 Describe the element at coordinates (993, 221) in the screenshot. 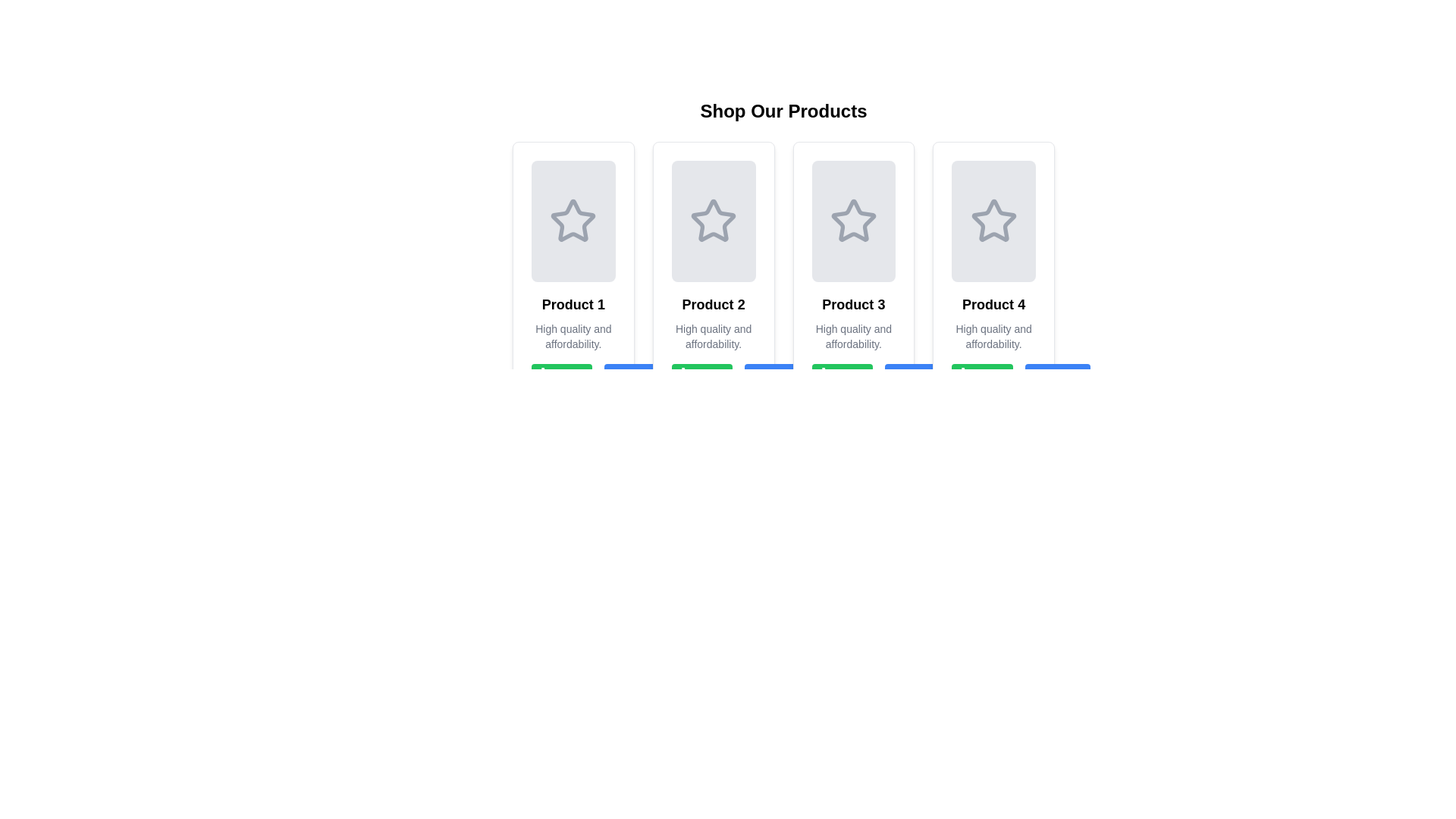

I see `the star-shaped icon with a hollow center in light gray color to rate it, located in the card UI of 'Product 4' under the section 'Shop Our Products'` at that location.